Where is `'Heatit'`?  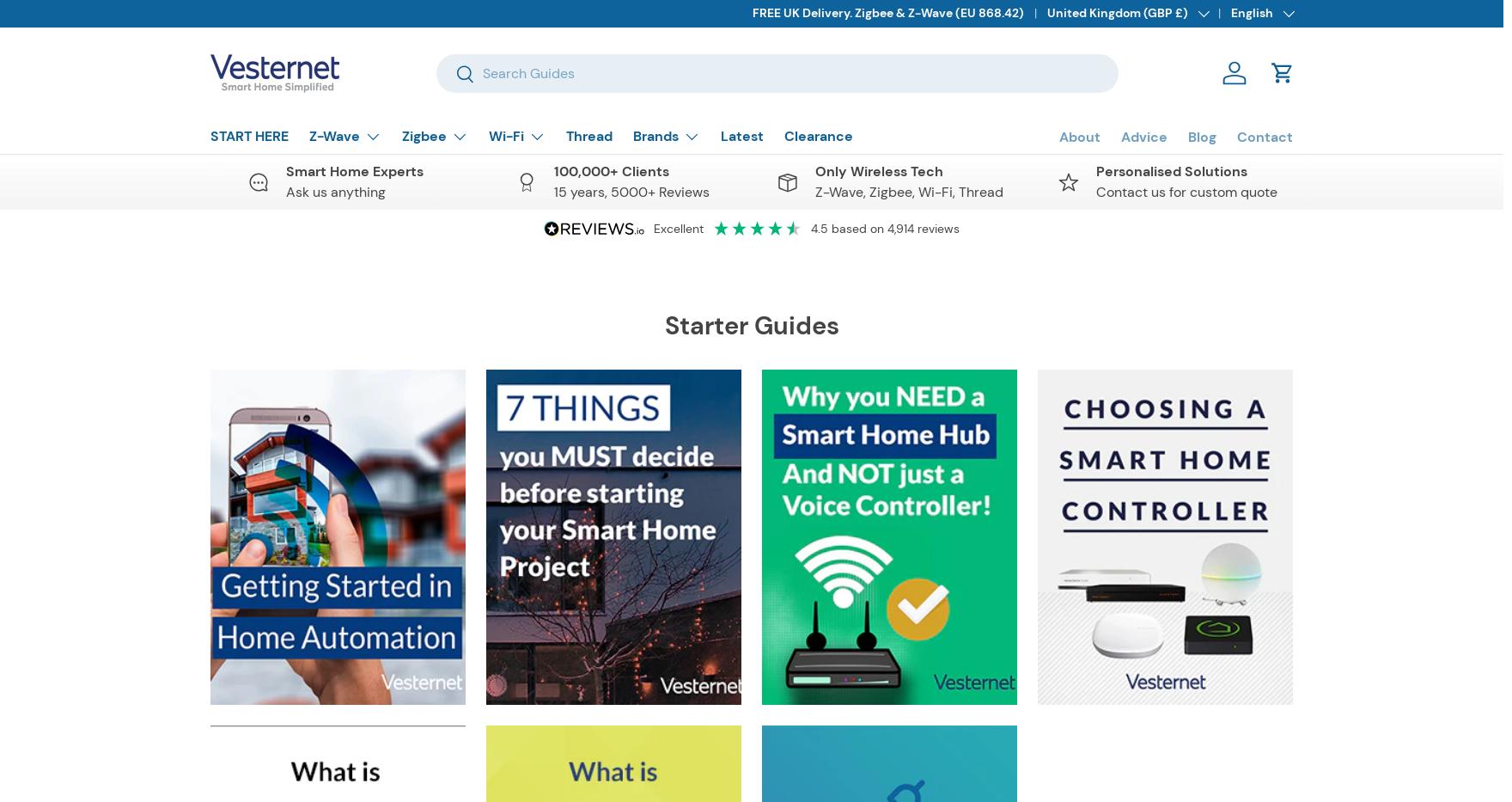
'Heatit' is located at coordinates (669, 634).